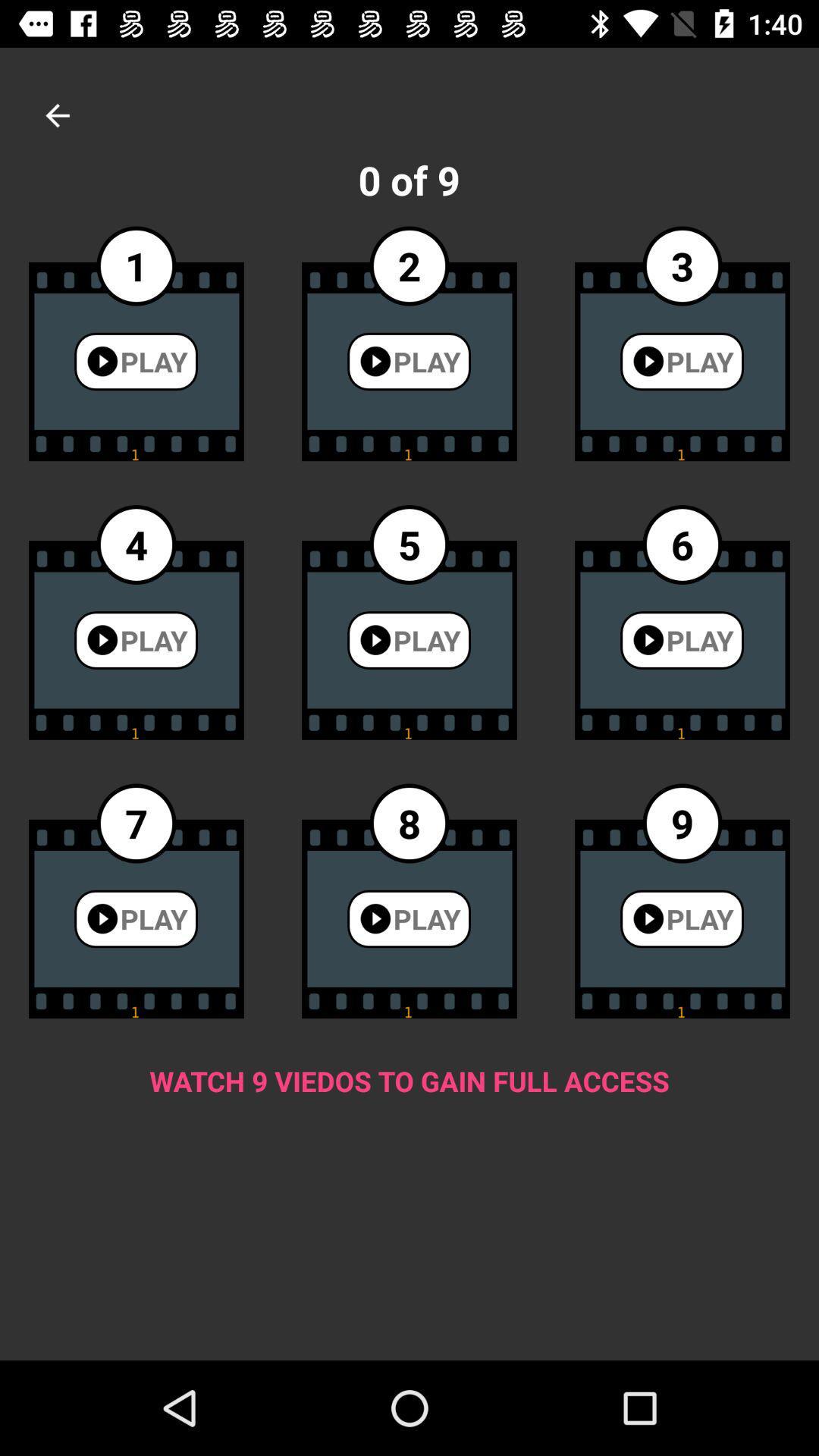 The image size is (819, 1456). What do you see at coordinates (57, 115) in the screenshot?
I see `item next to the 0 of 9` at bounding box center [57, 115].